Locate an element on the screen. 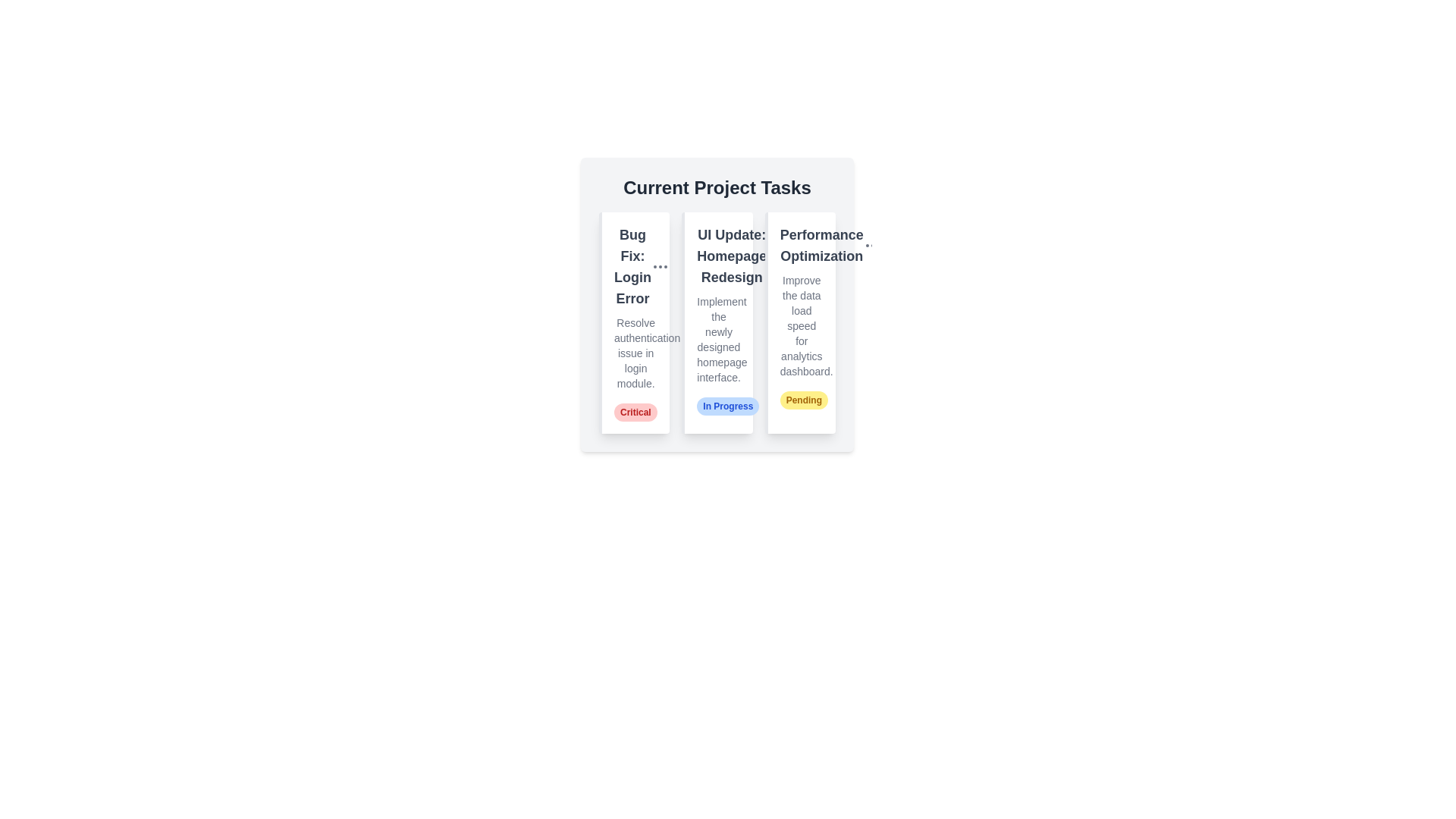  options button for the task titled 'Bug Fix: Login Error' is located at coordinates (660, 265).